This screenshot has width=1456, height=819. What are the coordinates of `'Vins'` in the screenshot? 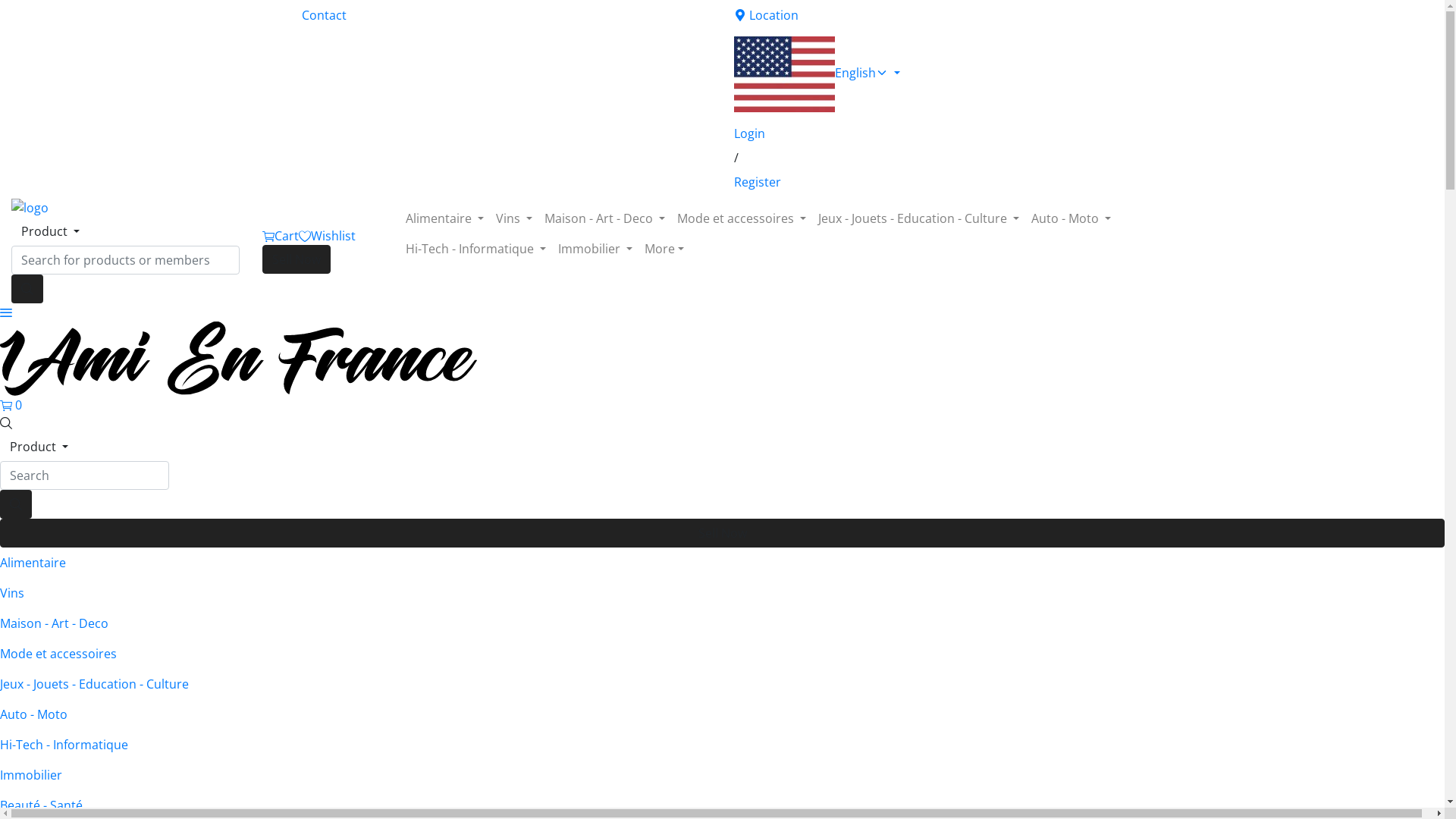 It's located at (513, 218).